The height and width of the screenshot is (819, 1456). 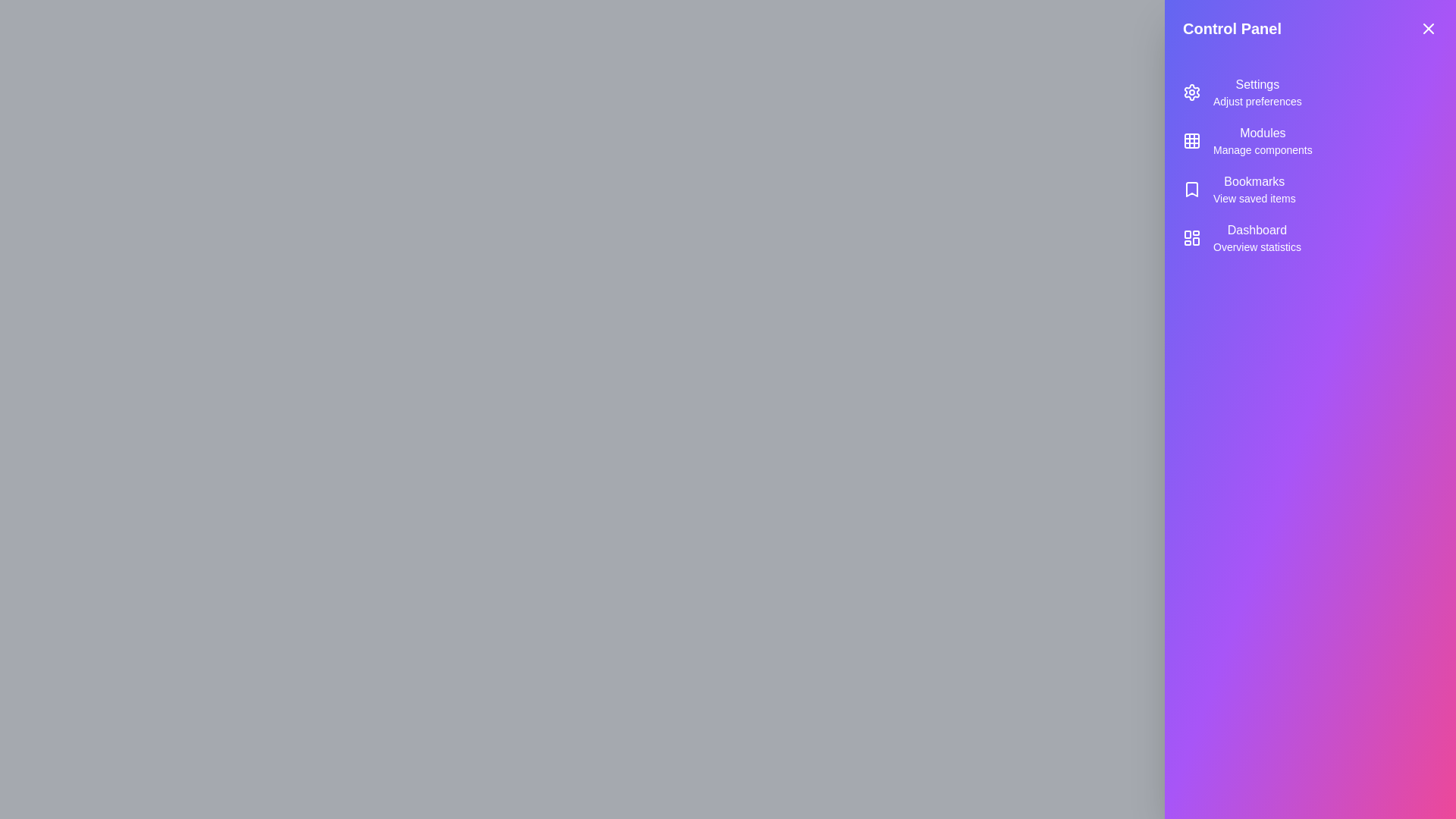 I want to click on the descriptive text label located directly below the 'Settings' label in the 'Control Panel' sidebar, so click(x=1257, y=102).